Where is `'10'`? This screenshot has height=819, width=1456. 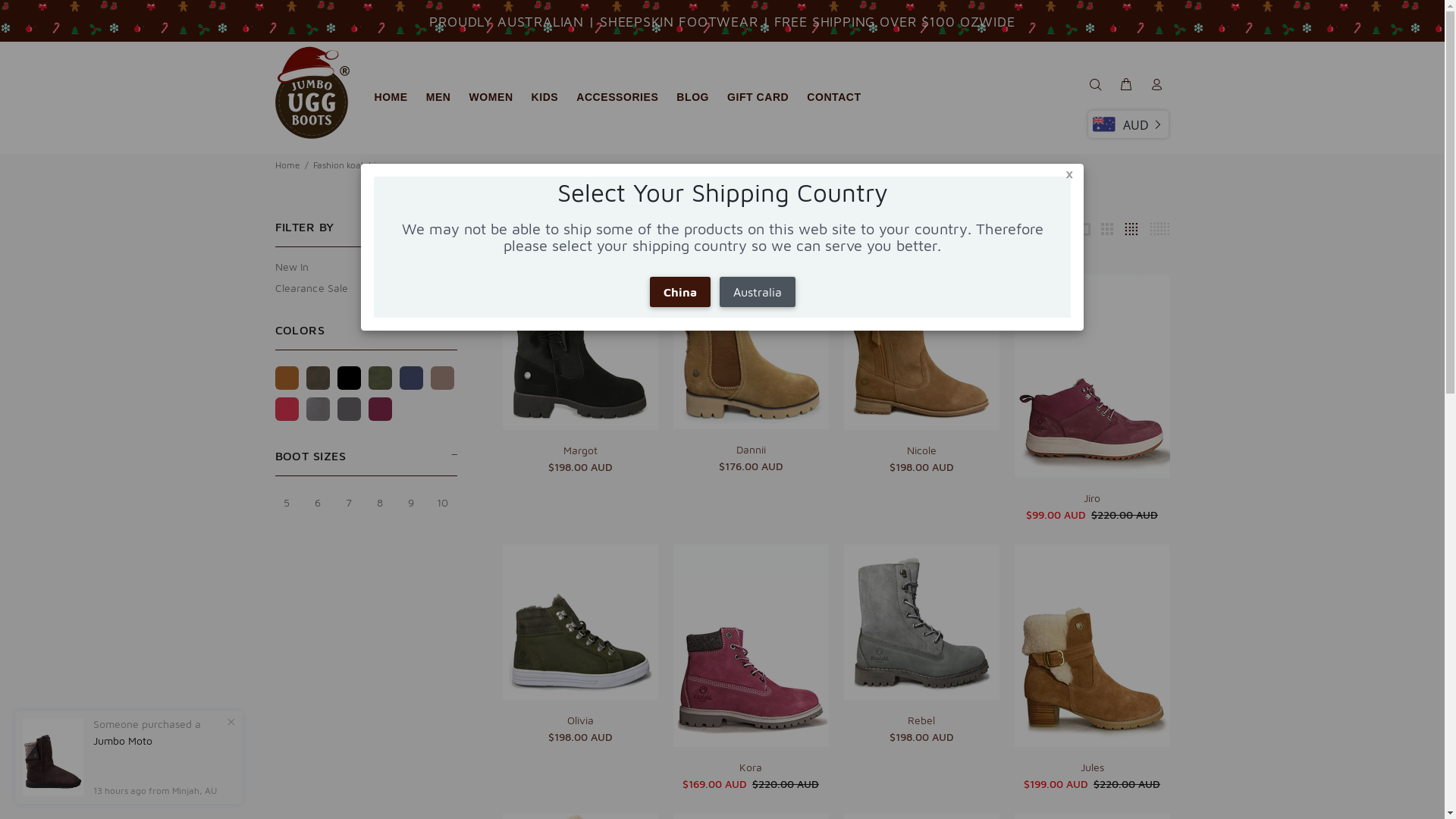 '10' is located at coordinates (441, 503).